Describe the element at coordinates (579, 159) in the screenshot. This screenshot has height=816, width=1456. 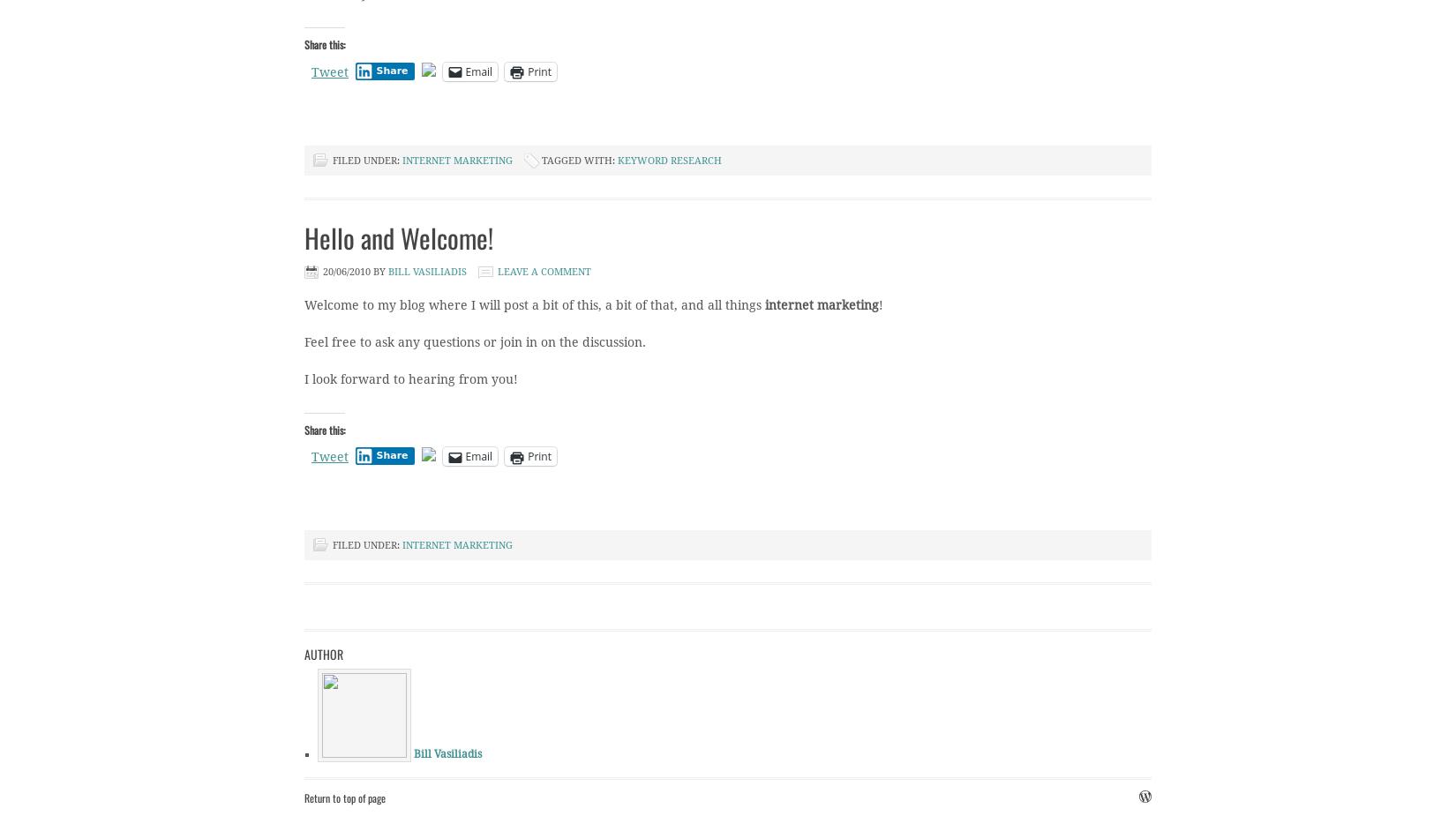
I see `'Tagged With:'` at that location.